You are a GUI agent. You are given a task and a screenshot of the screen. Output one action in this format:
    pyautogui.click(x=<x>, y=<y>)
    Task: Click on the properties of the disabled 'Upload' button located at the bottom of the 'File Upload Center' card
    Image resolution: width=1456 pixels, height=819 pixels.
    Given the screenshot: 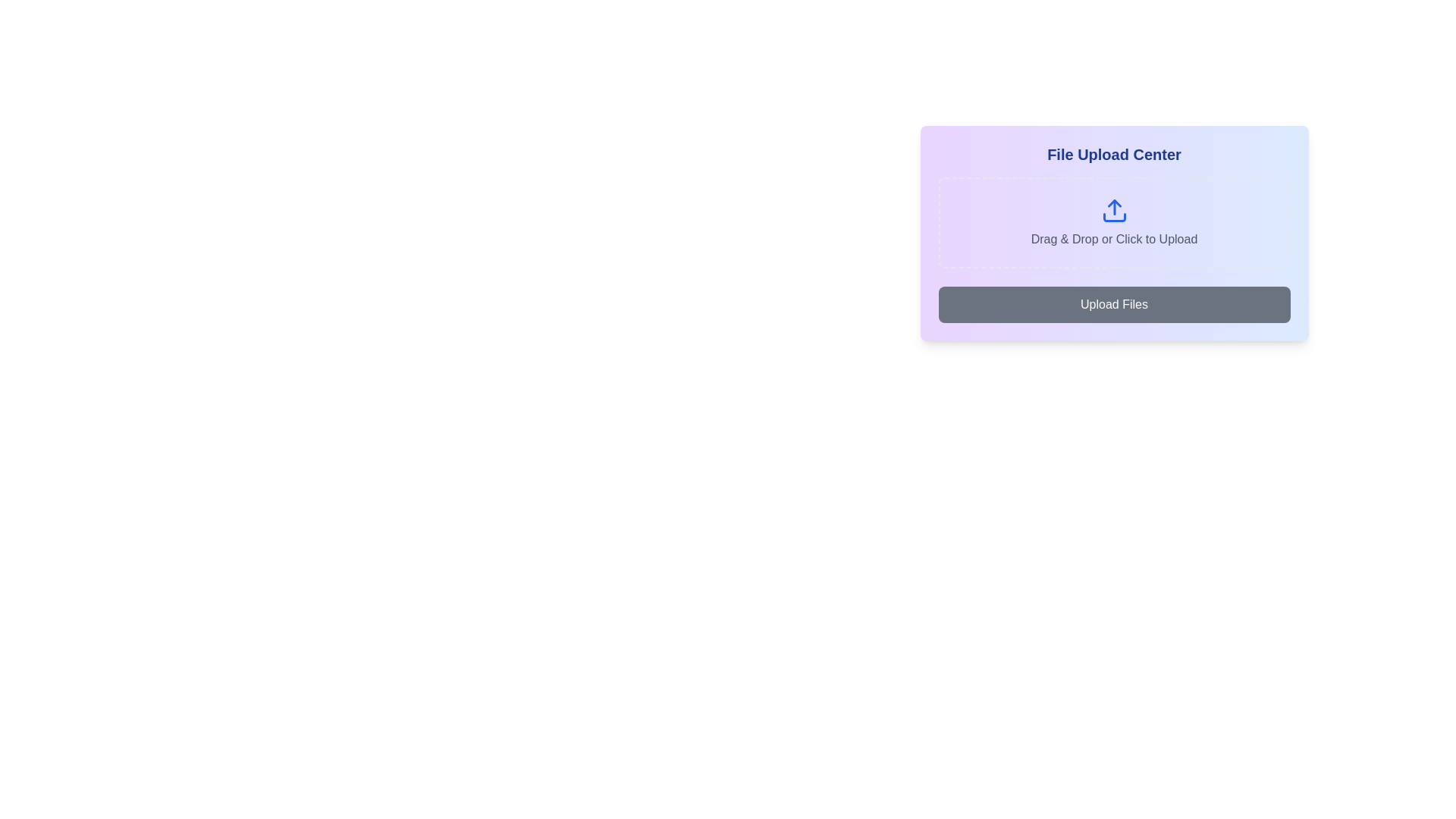 What is the action you would take?
    pyautogui.click(x=1114, y=304)
    